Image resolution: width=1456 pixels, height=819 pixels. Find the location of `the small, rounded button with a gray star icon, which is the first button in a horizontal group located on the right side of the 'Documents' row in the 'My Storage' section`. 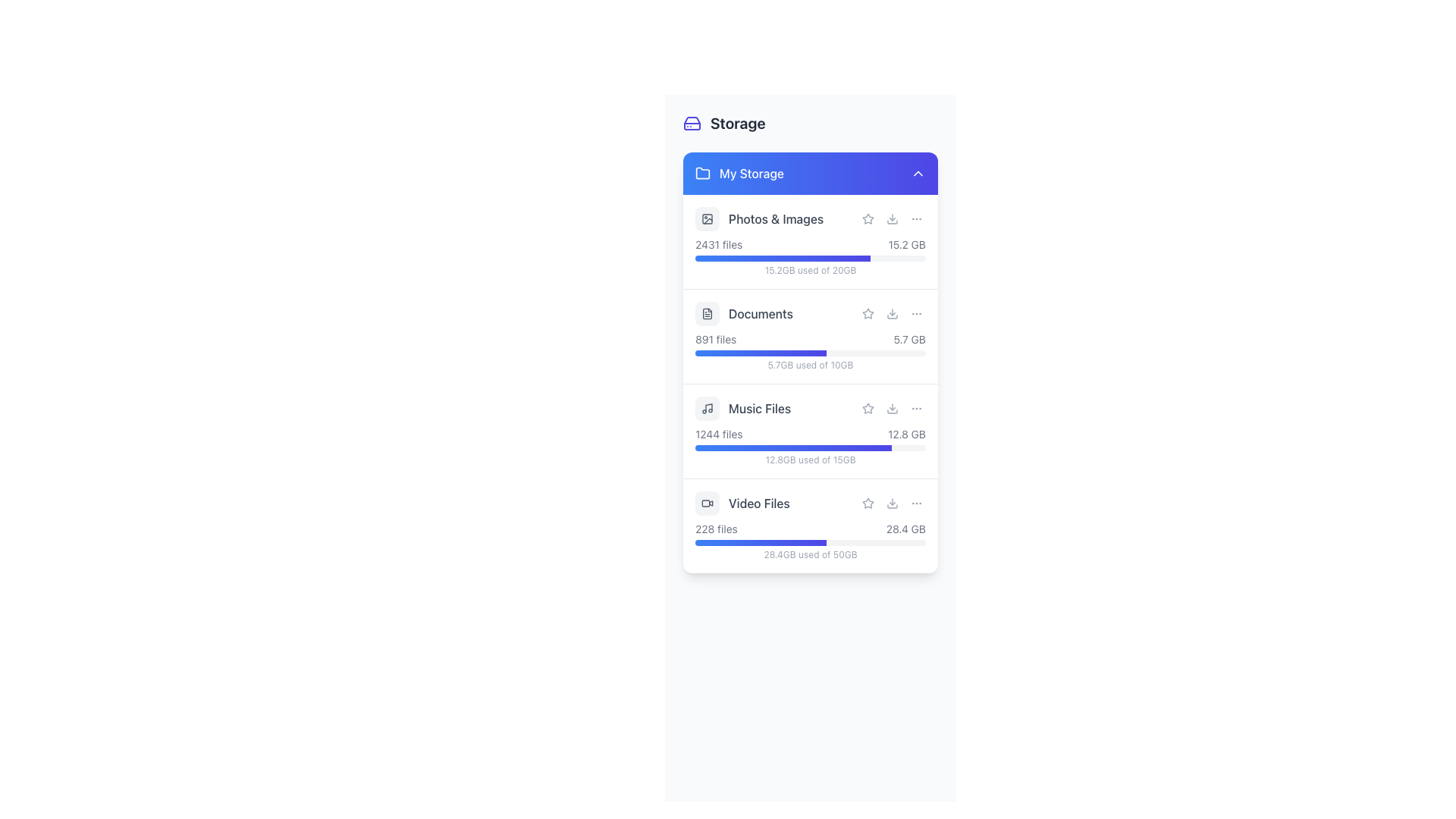

the small, rounded button with a gray star icon, which is the first button in a horizontal group located on the right side of the 'Documents' row in the 'My Storage' section is located at coordinates (868, 312).